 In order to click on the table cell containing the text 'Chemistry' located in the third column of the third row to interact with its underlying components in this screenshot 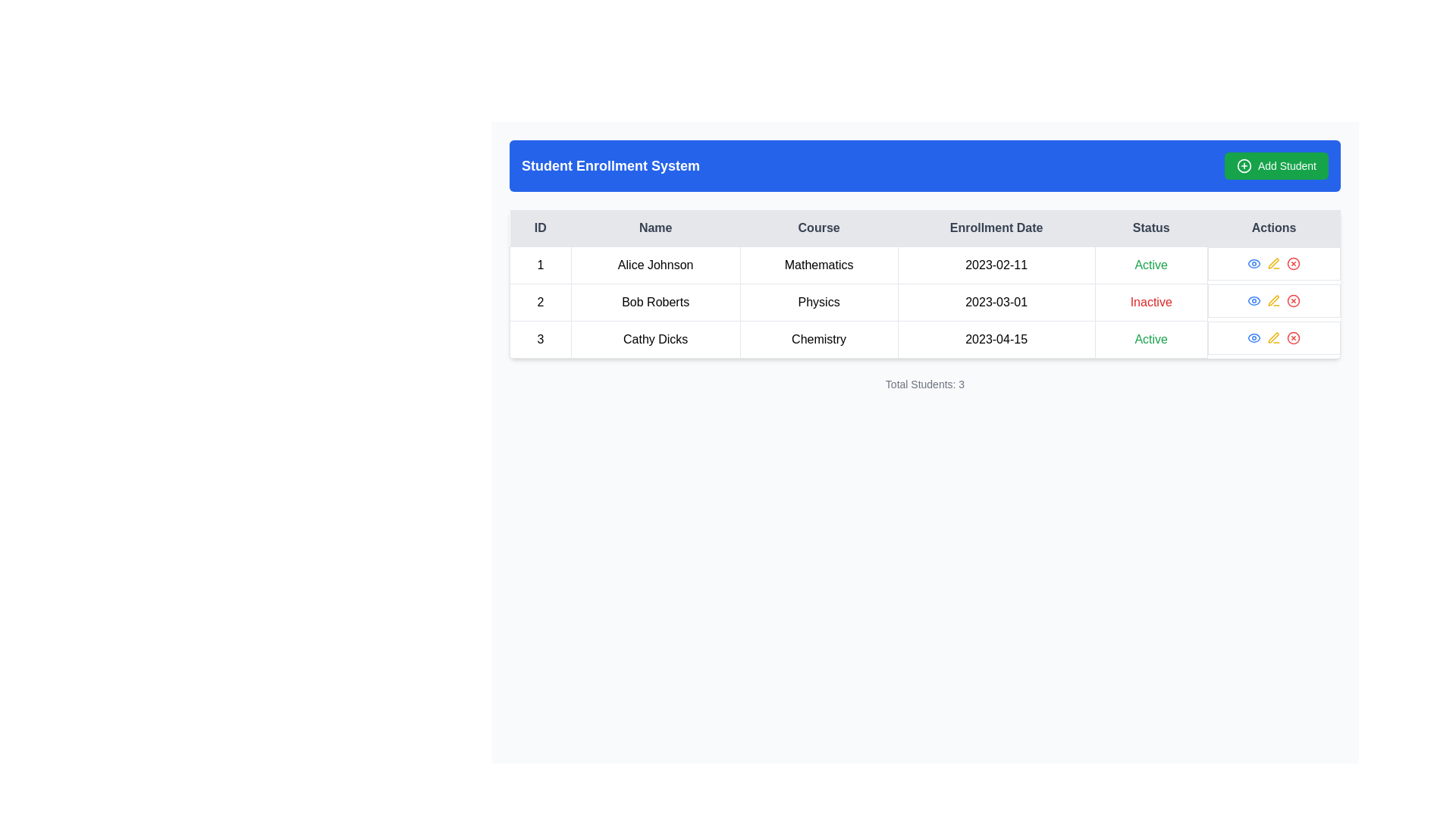, I will do `click(818, 338)`.